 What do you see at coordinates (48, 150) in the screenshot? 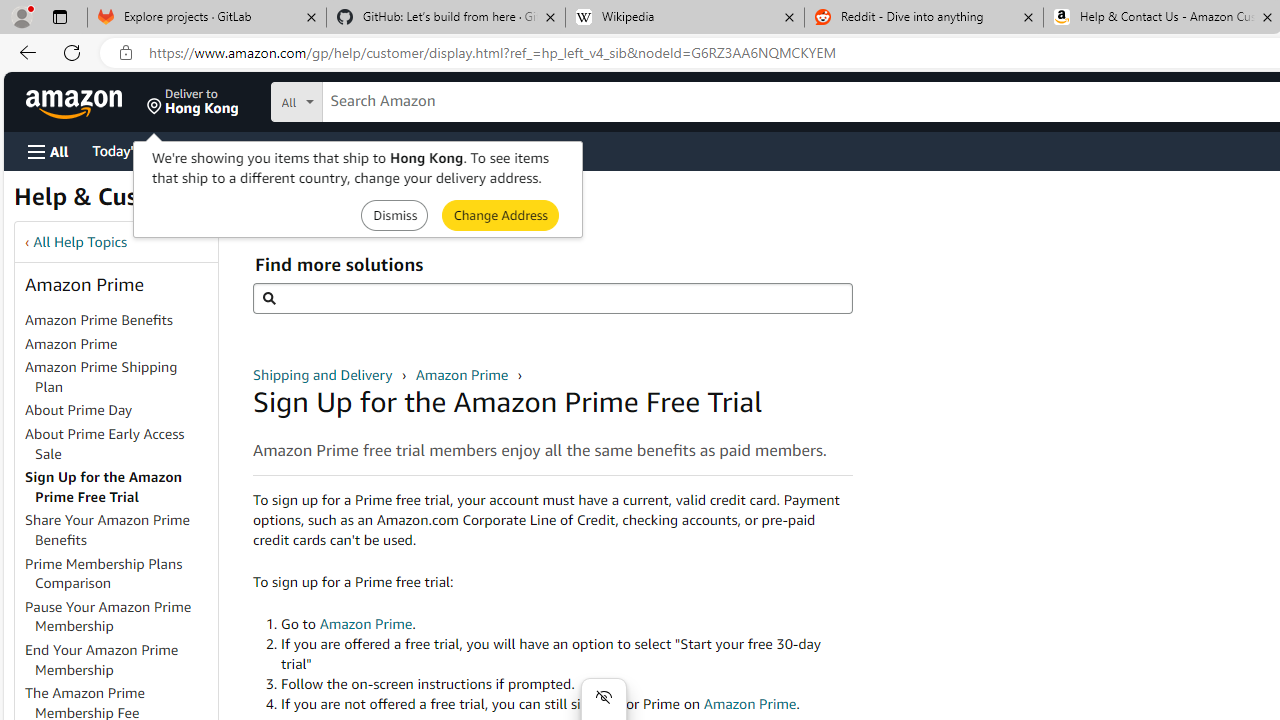
I see `'Open Menu'` at bounding box center [48, 150].